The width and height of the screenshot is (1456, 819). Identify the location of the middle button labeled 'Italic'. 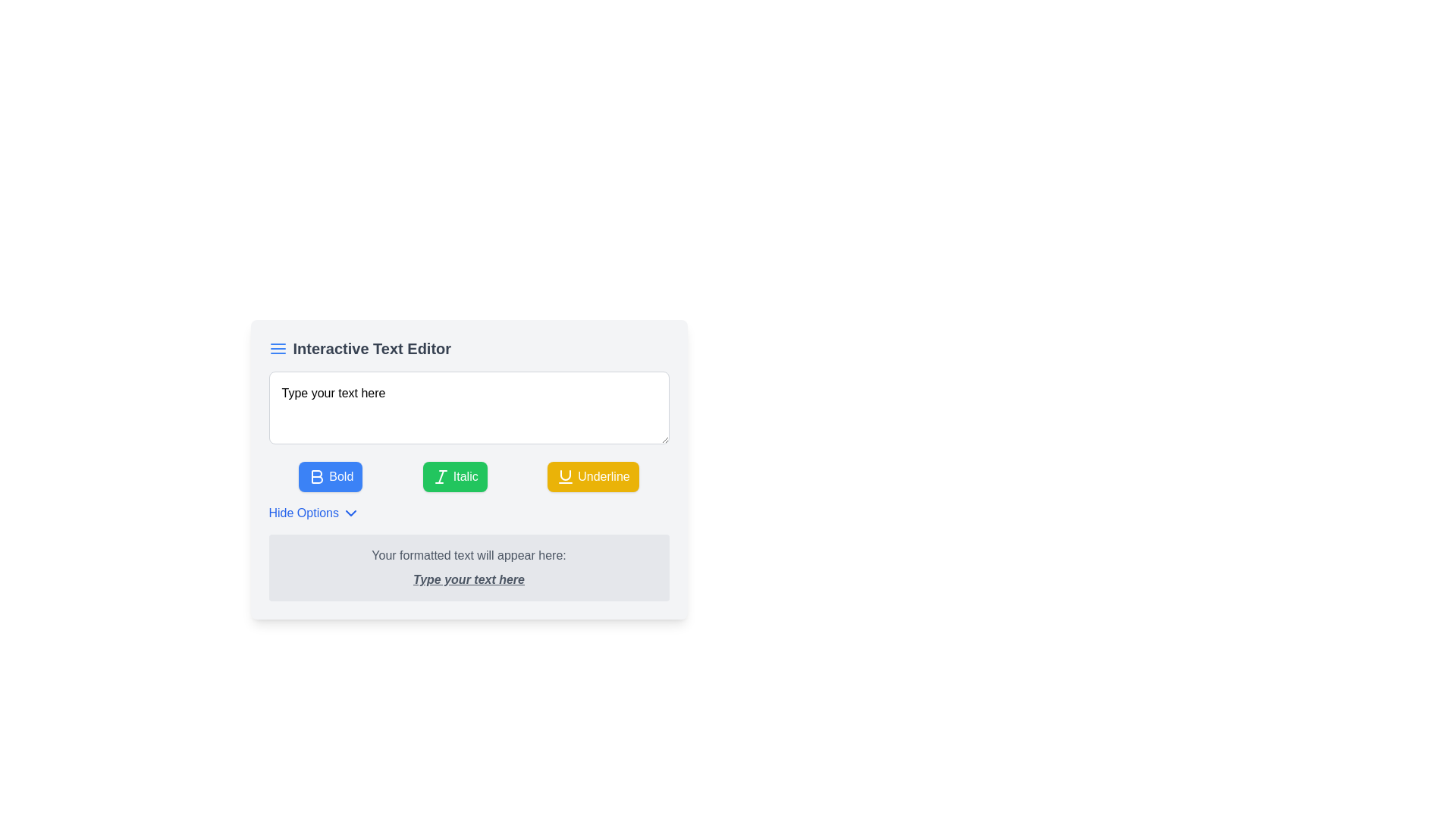
(440, 475).